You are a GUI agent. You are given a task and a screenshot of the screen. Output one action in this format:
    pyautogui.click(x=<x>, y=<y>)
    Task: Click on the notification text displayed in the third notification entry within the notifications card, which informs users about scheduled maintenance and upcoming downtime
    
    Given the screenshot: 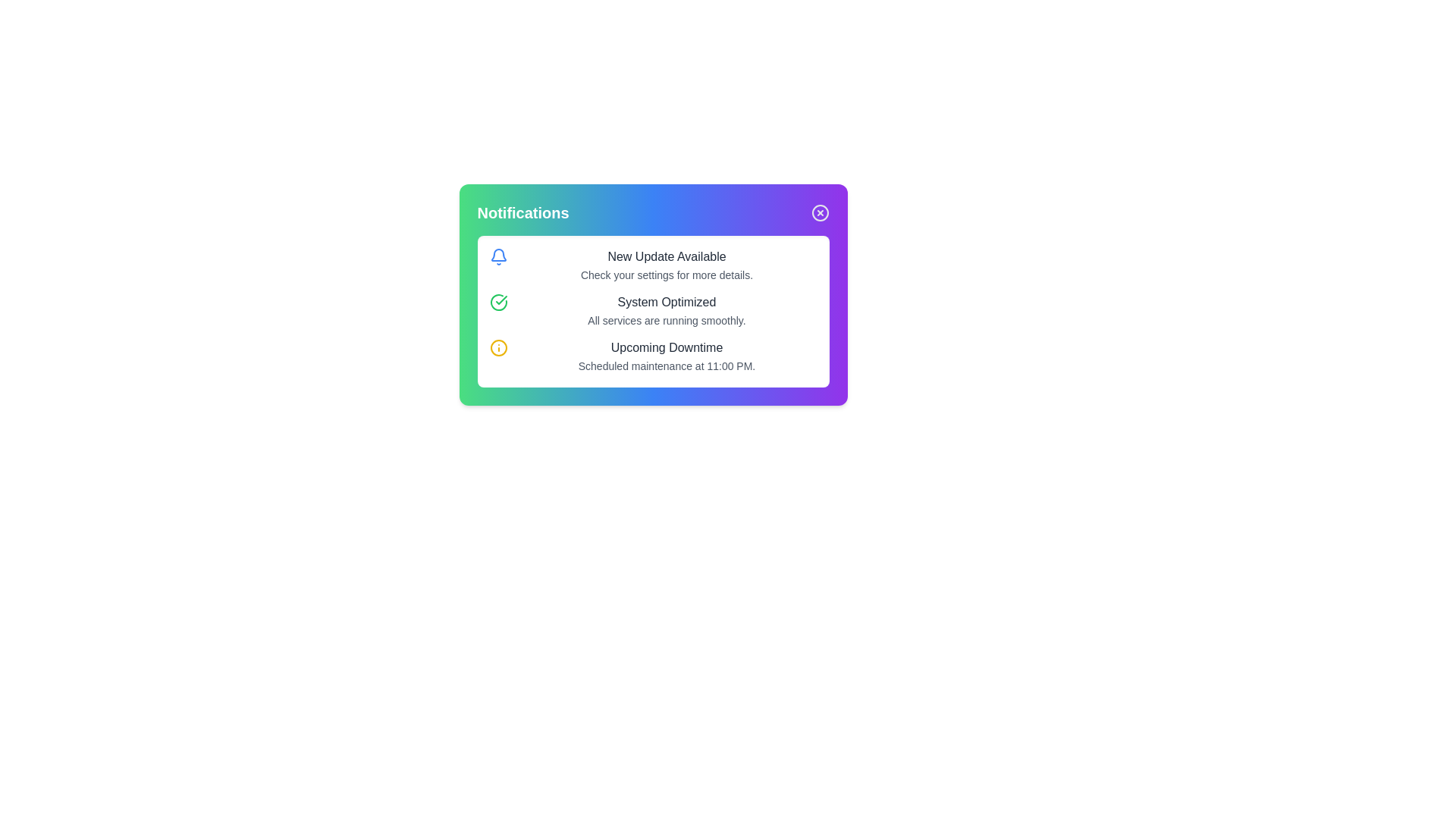 What is the action you would take?
    pyautogui.click(x=667, y=356)
    